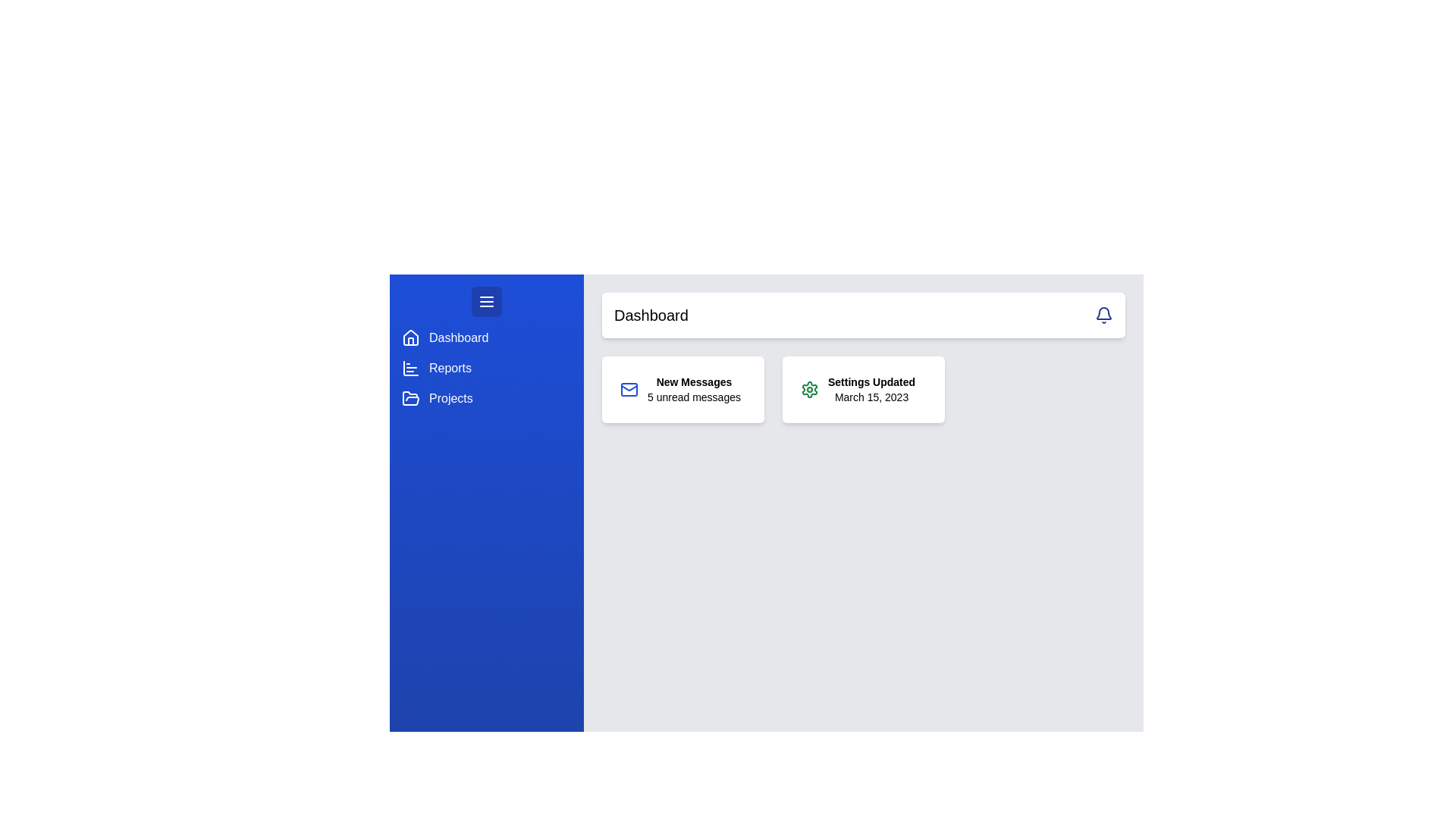  I want to click on the 'Projects' icon in the navigation menu, so click(411, 397).